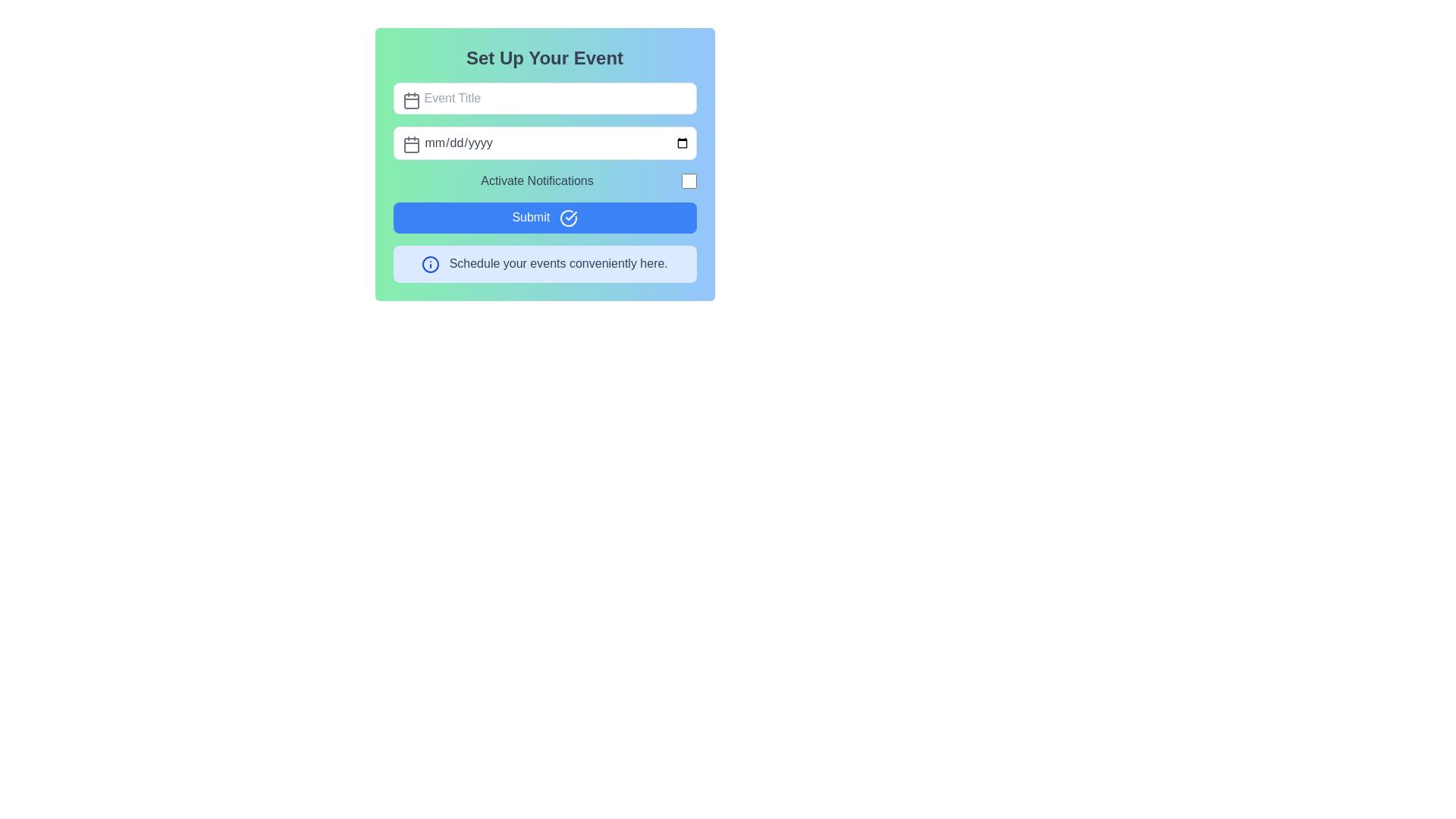  What do you see at coordinates (411, 102) in the screenshot?
I see `the decorative SVG rectangle element that visually indicates the event title input field, located near the top-left corner of the text input` at bounding box center [411, 102].